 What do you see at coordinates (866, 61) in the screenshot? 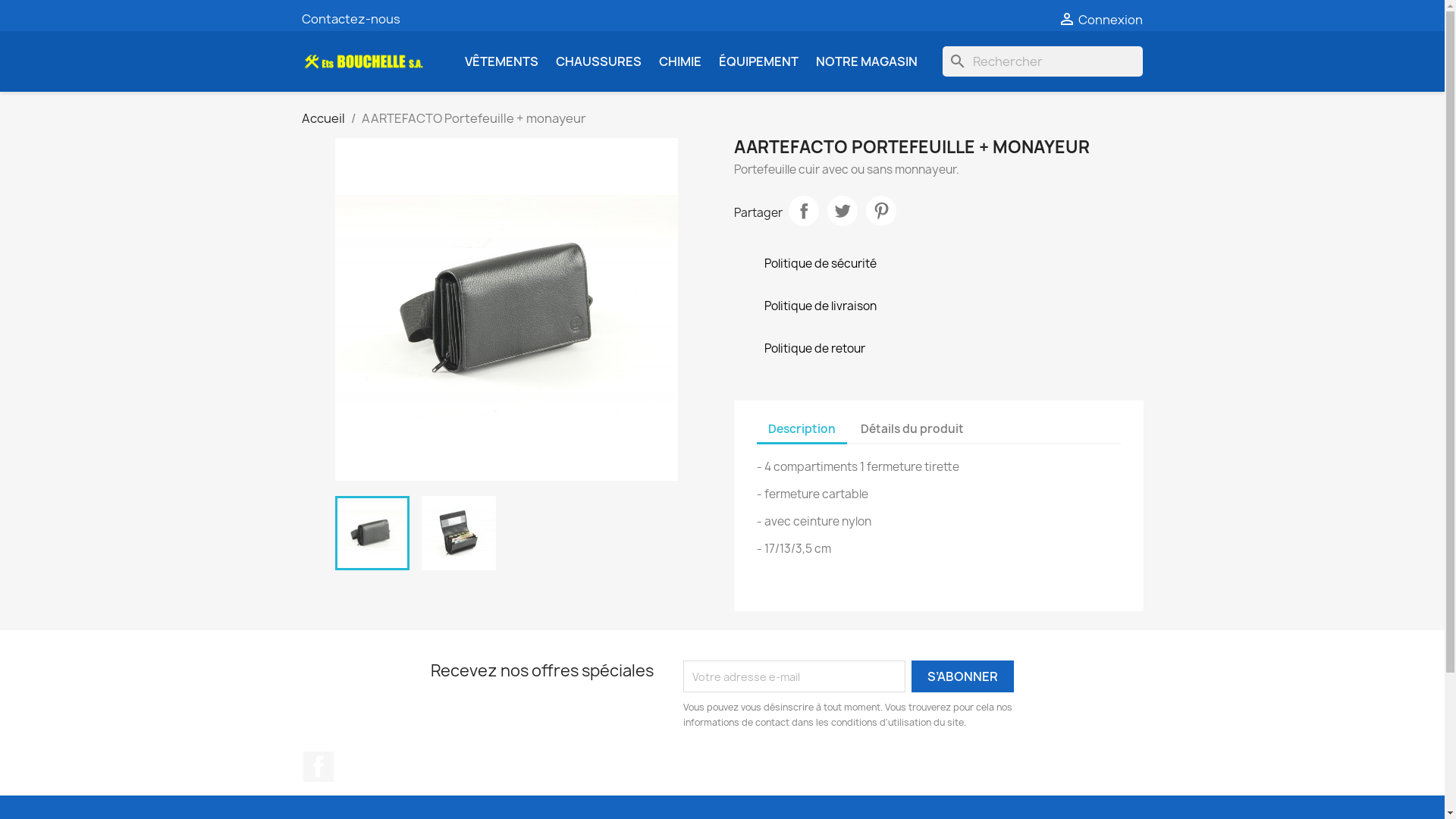
I see `'NOTRE MAGASIN'` at bounding box center [866, 61].